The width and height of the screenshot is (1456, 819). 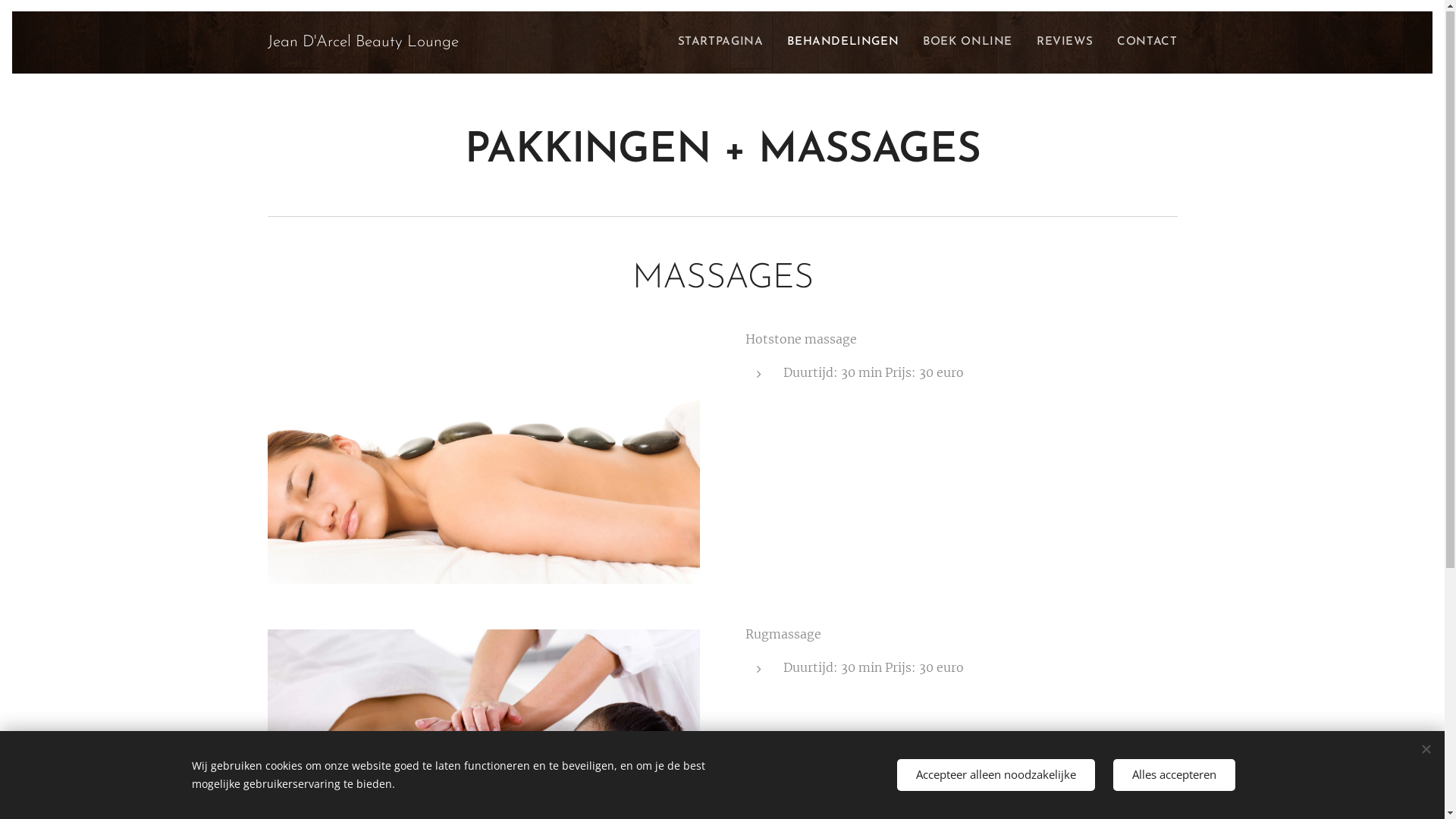 I want to click on 'Alles accepteren', so click(x=1173, y=775).